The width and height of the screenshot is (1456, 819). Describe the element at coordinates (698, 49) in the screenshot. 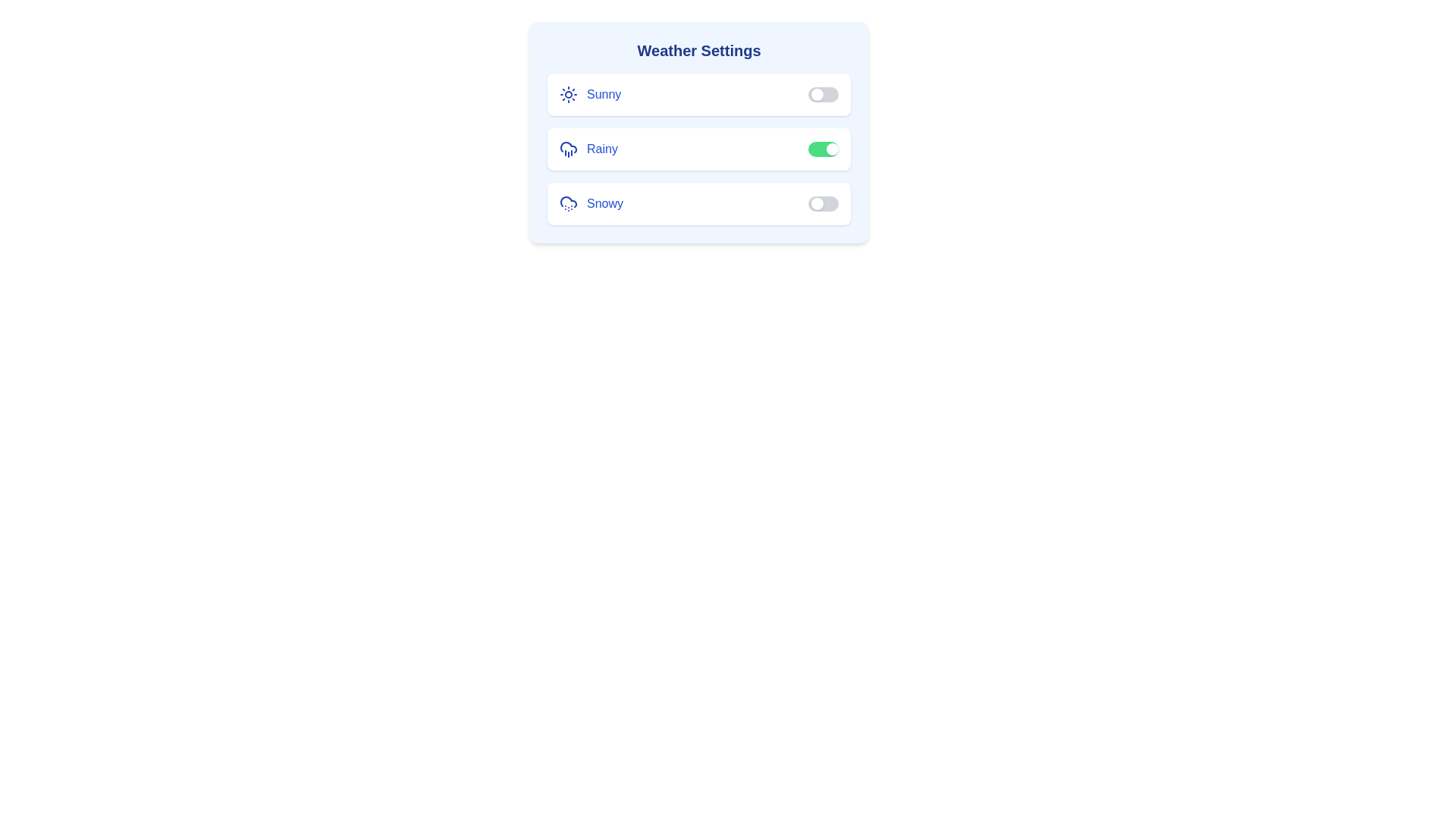

I see `the weather settings title text label, which is centered at the top of its section and indicates weather-related settings` at that location.